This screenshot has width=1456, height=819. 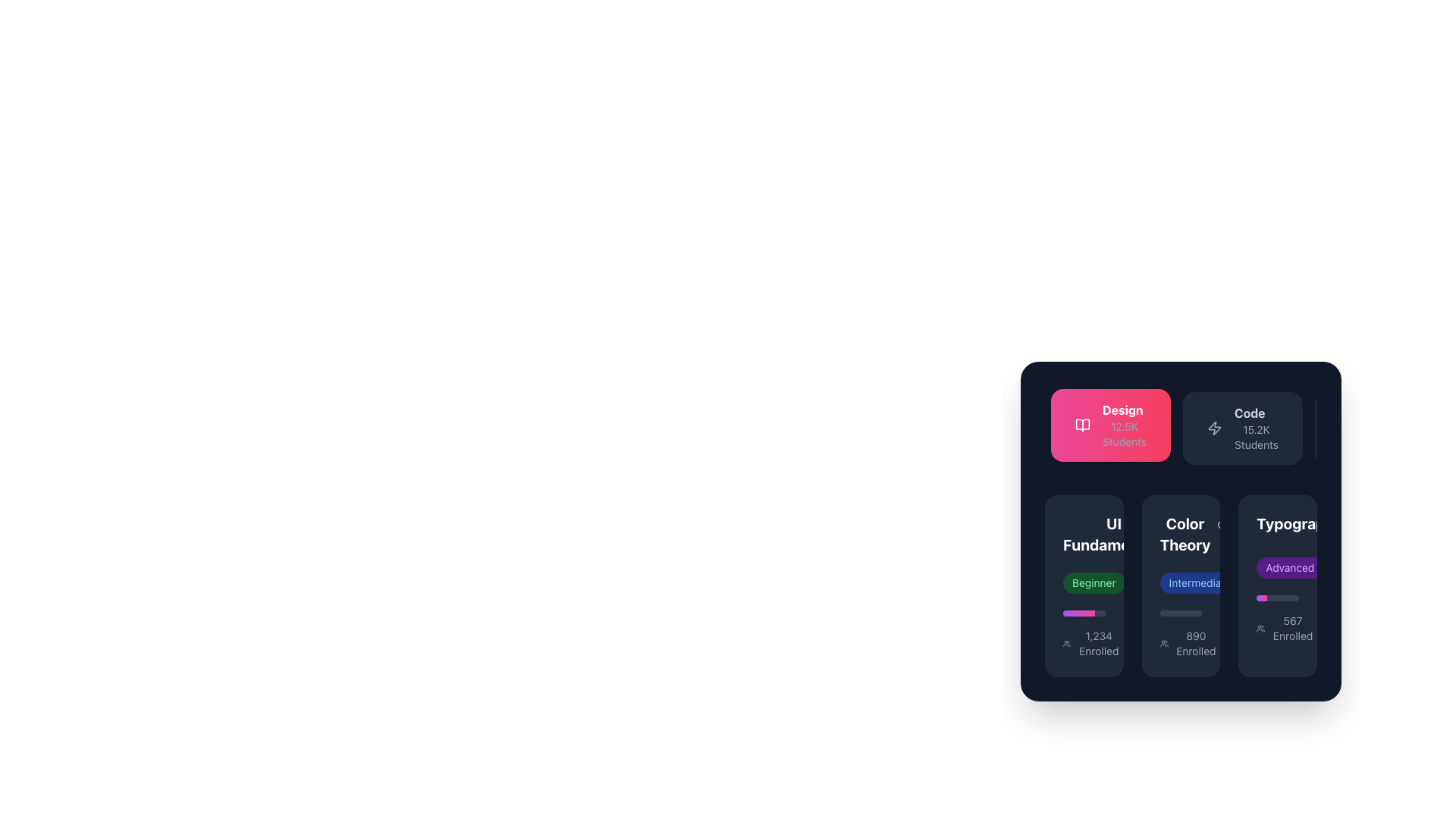 I want to click on the information displayed in the label showing 'Code' and '15.2K Students', positioned in the top-right of the grid layout, so click(x=1256, y=428).